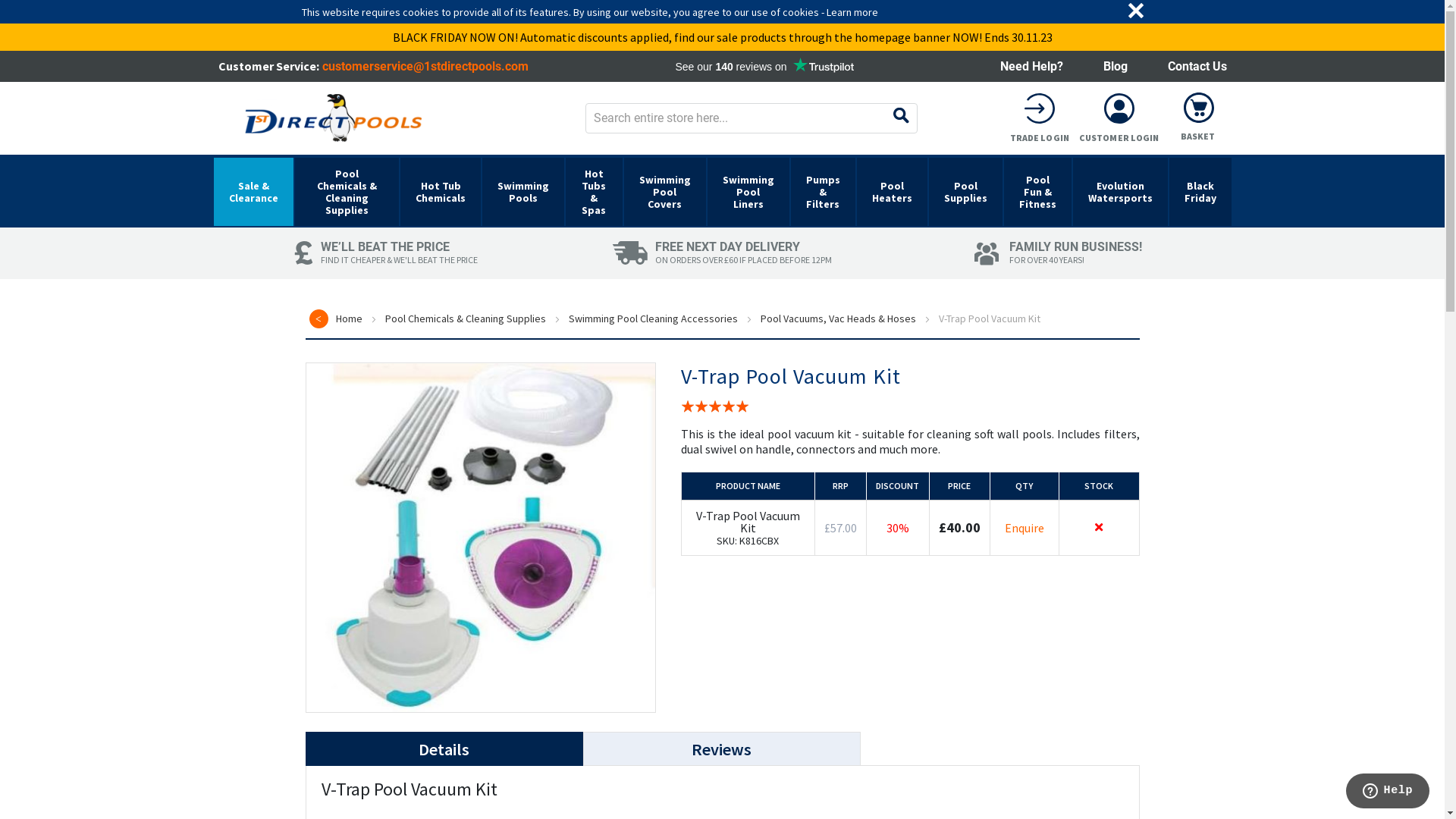  I want to click on 'Pumps & Filters', so click(822, 191).